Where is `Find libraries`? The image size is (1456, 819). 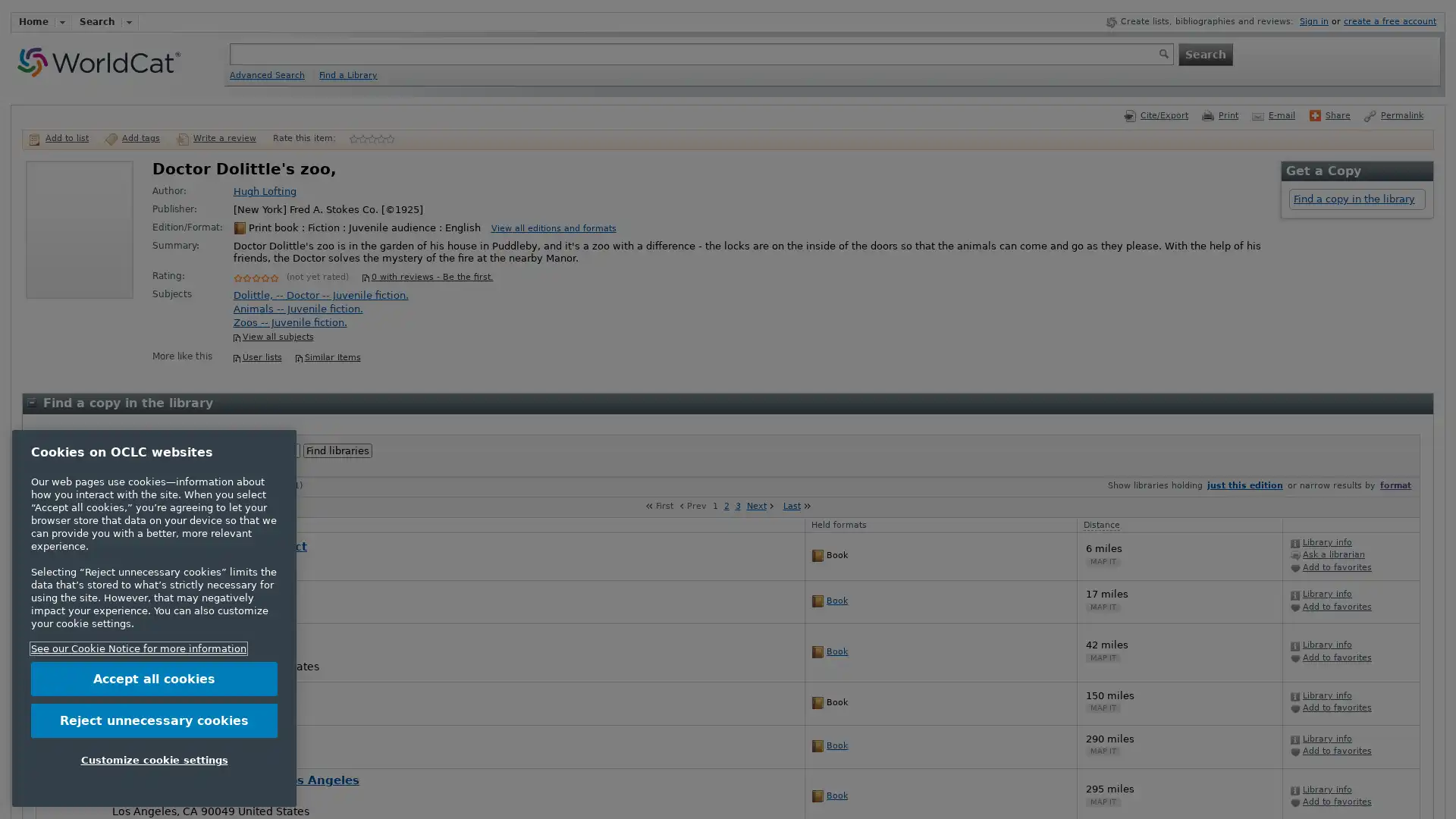
Find libraries is located at coordinates (337, 450).